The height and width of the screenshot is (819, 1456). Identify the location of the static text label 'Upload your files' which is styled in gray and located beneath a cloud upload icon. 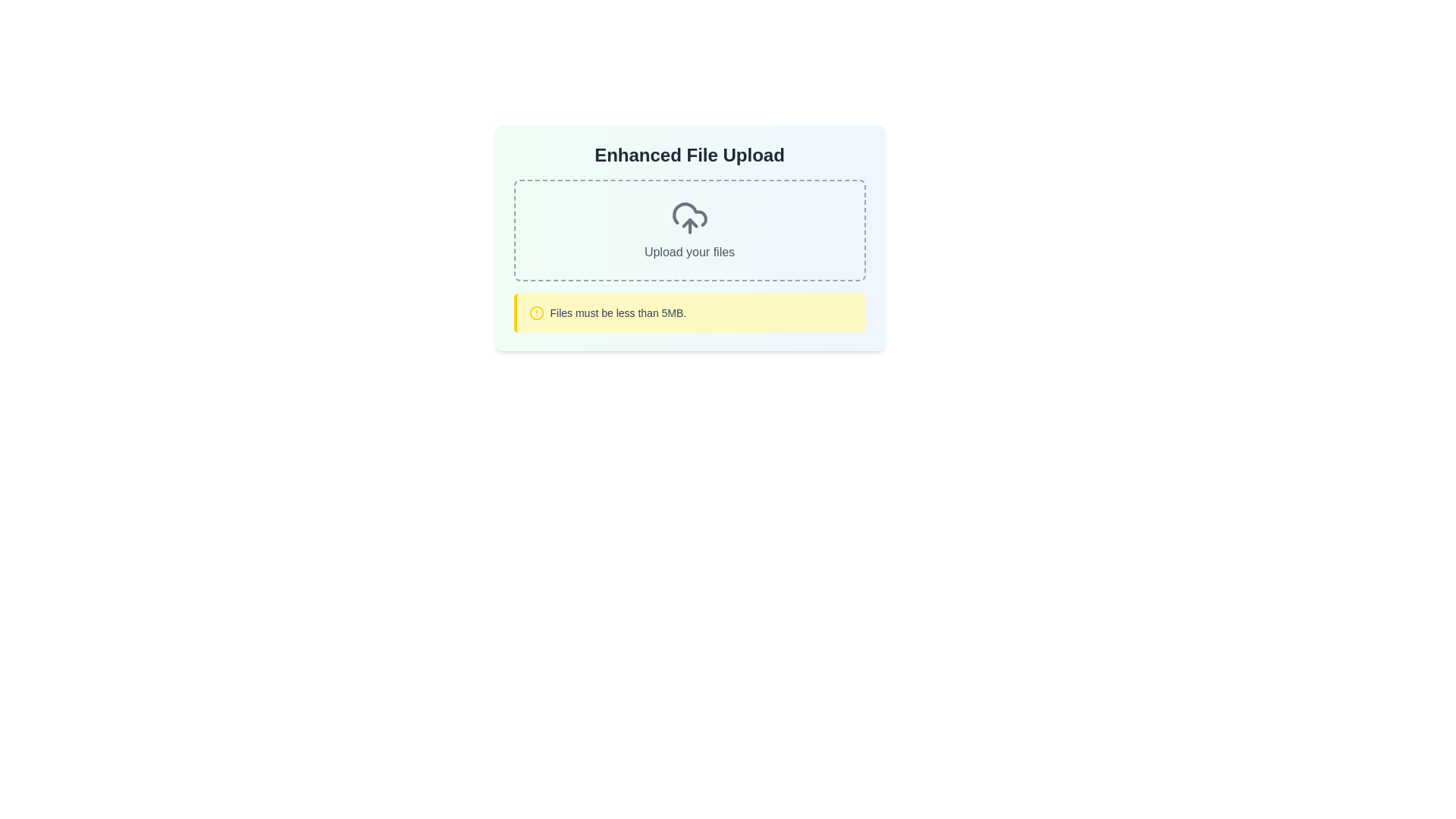
(689, 251).